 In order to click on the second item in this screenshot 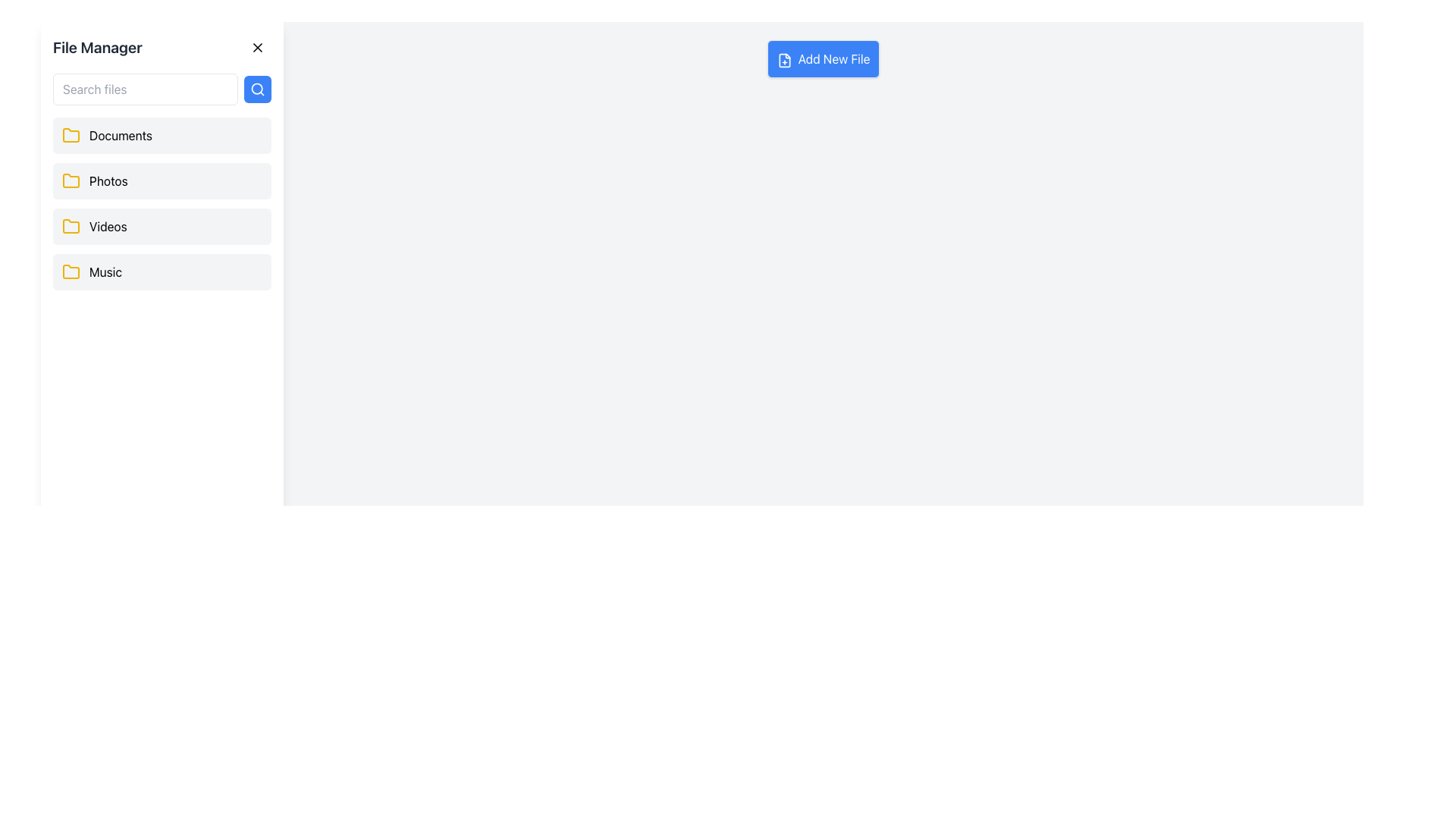, I will do `click(162, 203)`.